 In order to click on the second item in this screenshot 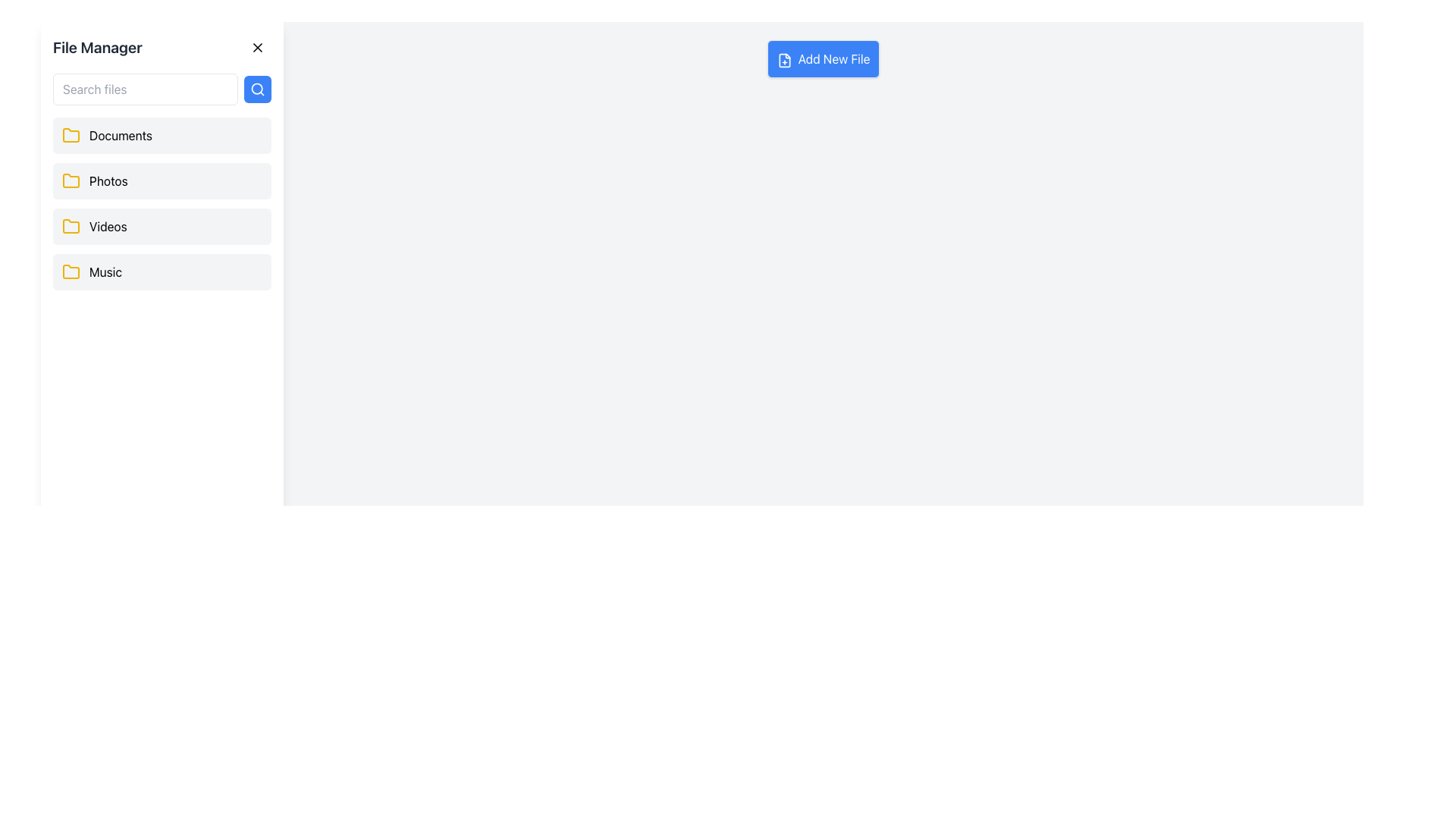, I will do `click(162, 203)`.